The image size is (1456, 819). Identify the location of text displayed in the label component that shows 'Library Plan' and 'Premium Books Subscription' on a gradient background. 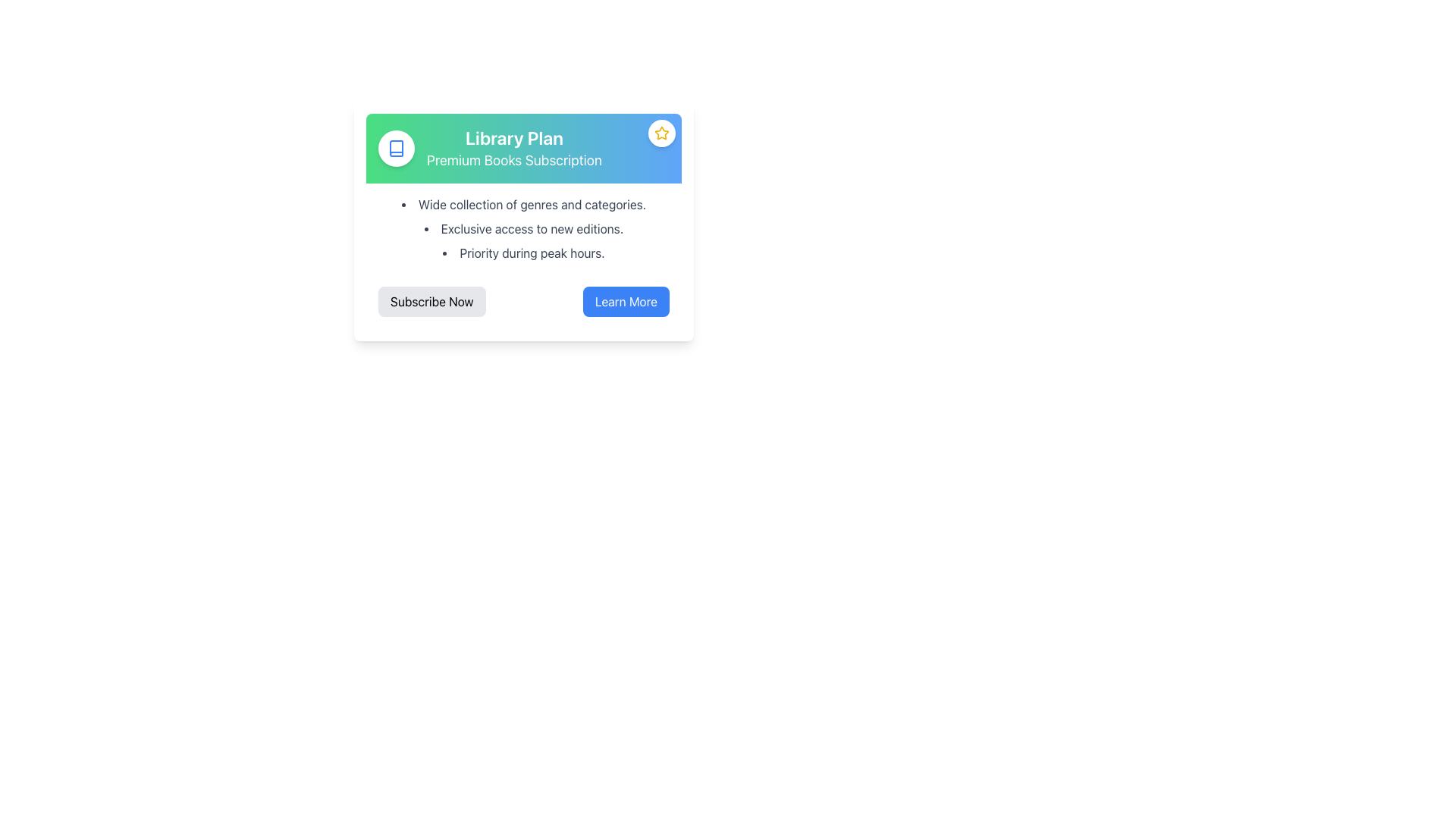
(514, 149).